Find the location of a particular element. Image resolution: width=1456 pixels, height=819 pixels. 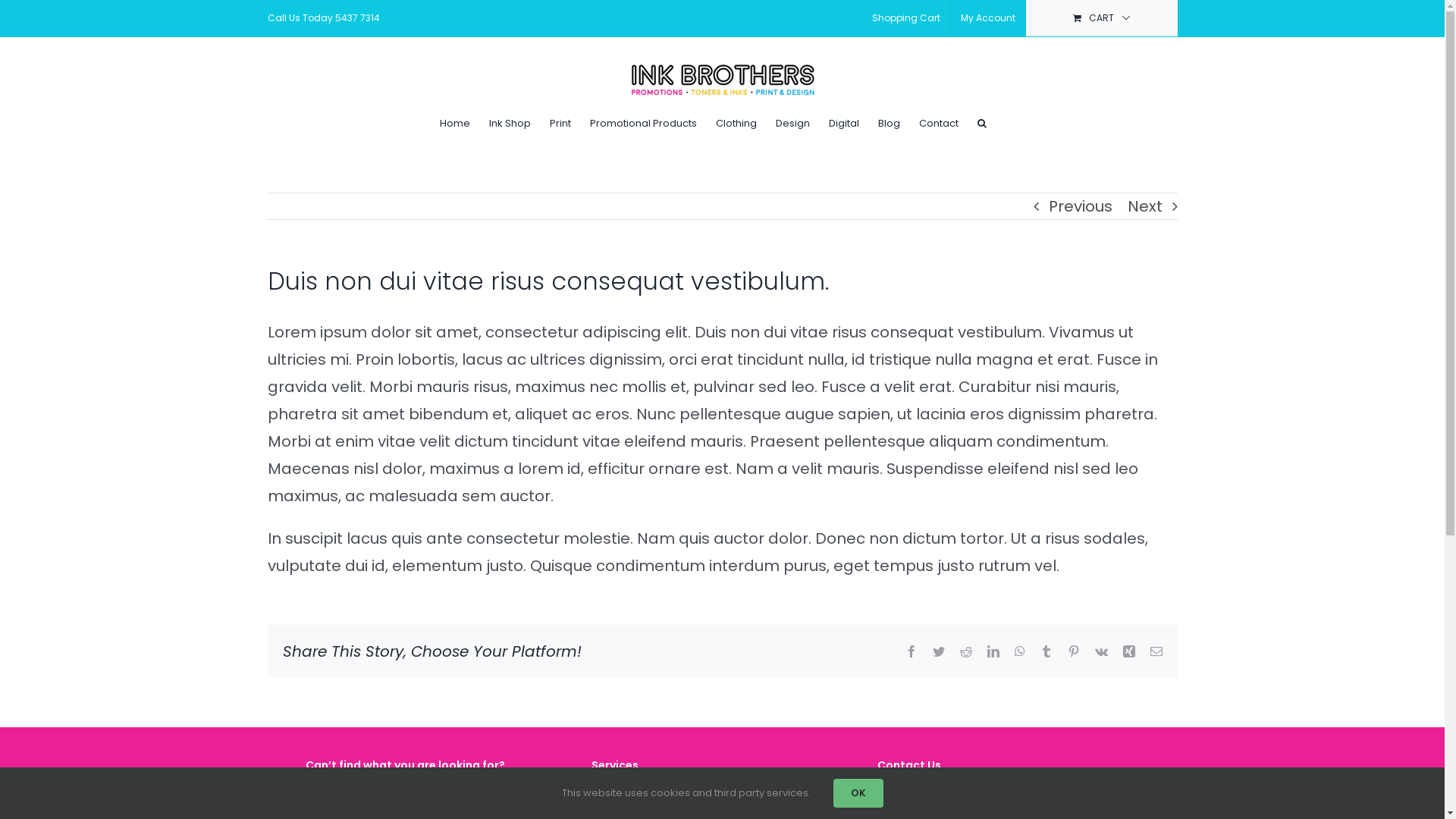

'Reddit' is located at coordinates (965, 651).